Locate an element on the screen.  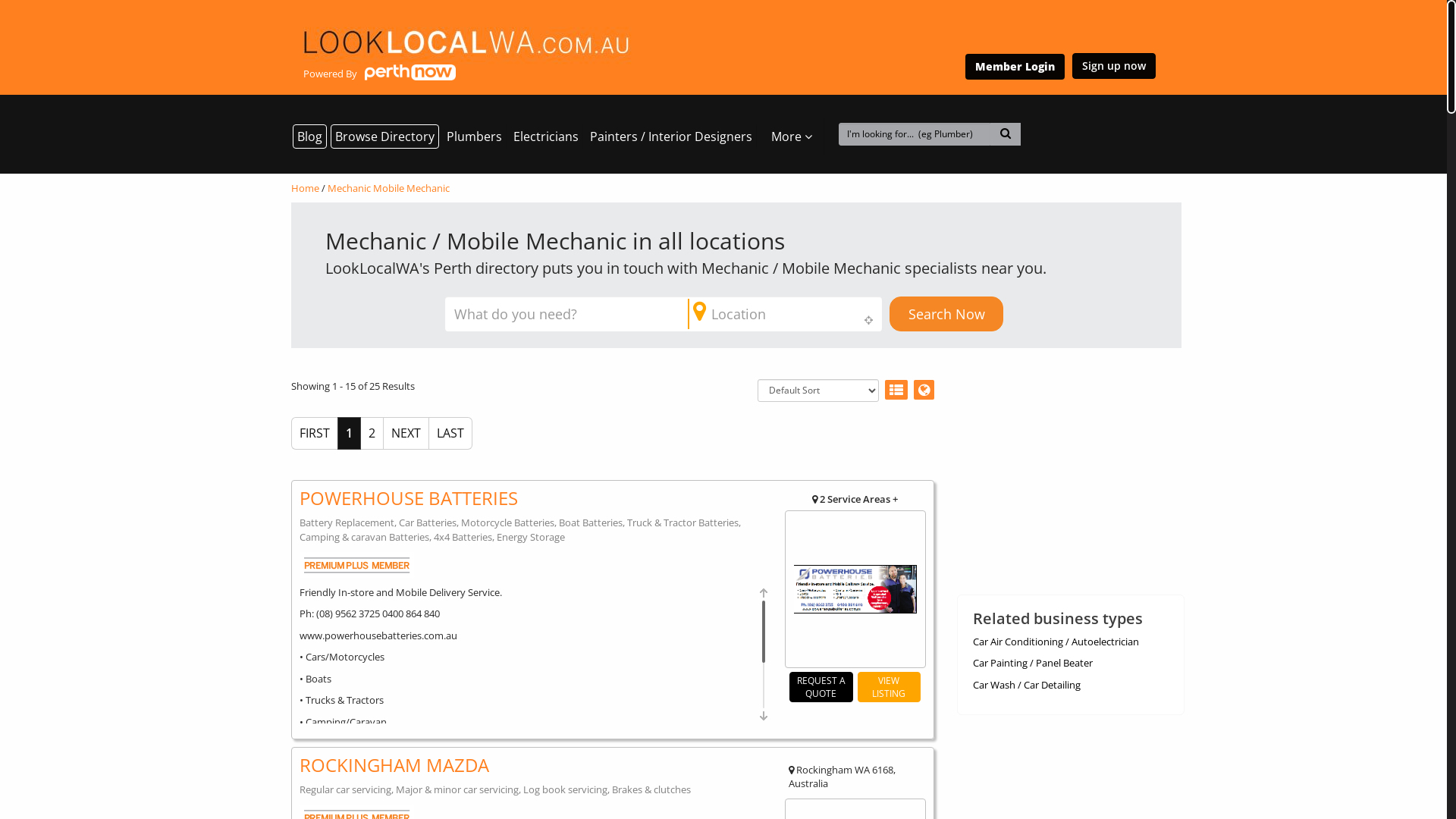
'Car Painting / Panel Beater' is located at coordinates (1031, 662).